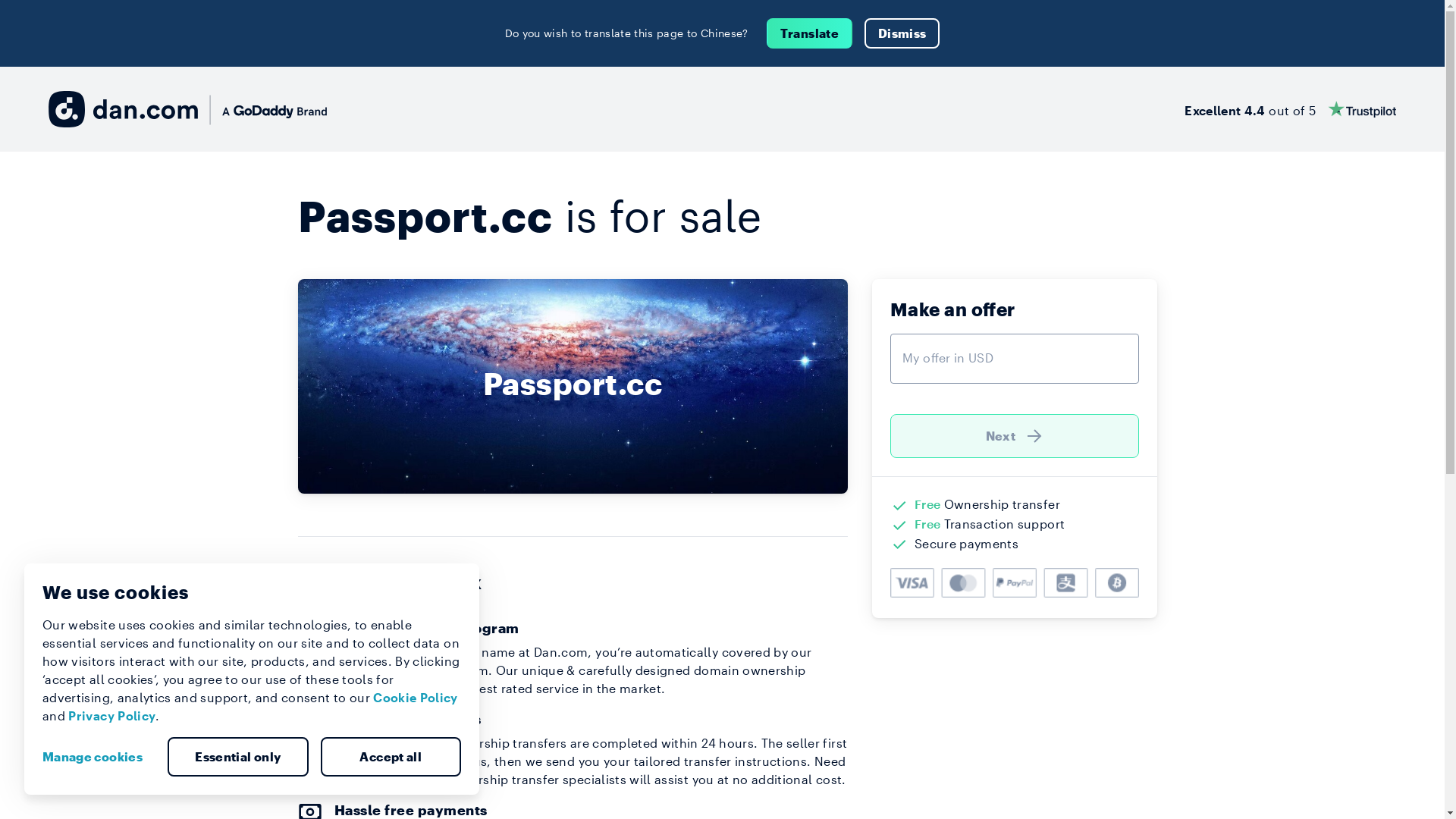 The width and height of the screenshot is (1456, 819). What do you see at coordinates (1183, 108) in the screenshot?
I see `'Excellent 4.4 out of 5'` at bounding box center [1183, 108].